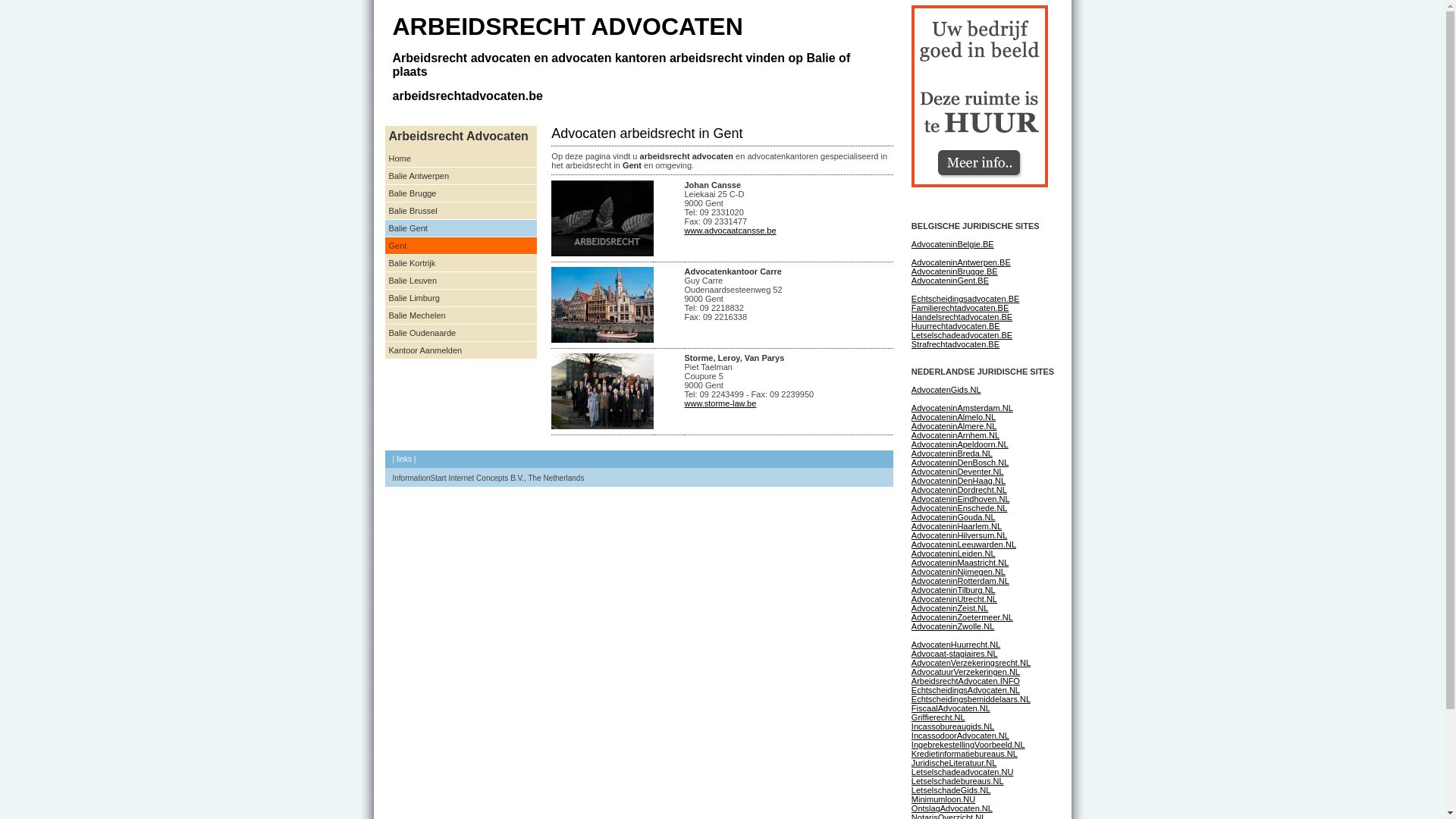  I want to click on 'Griffierecht.NL', so click(937, 717).